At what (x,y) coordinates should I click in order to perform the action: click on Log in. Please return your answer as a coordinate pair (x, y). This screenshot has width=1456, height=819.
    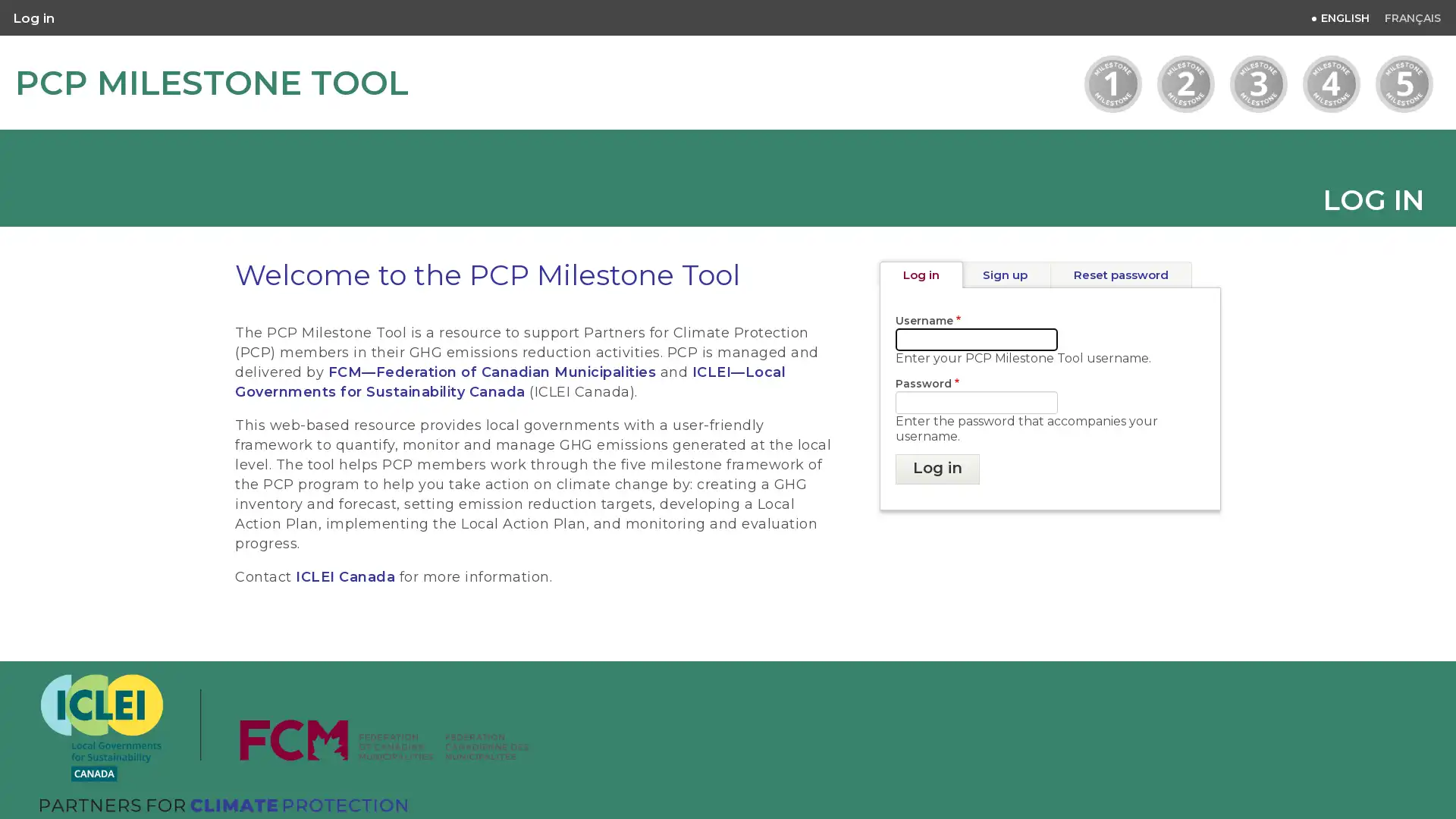
    Looking at the image, I should click on (937, 468).